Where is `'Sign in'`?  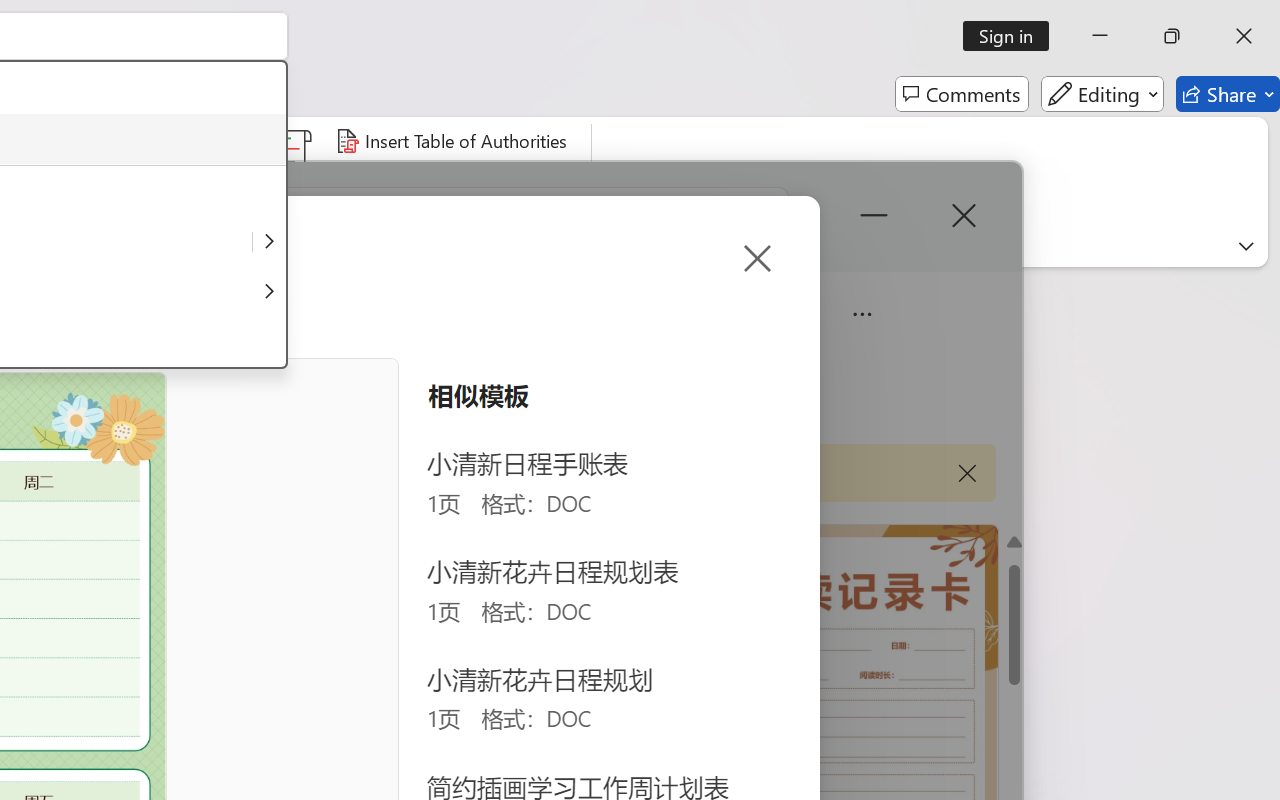 'Sign in' is located at coordinates (1013, 35).